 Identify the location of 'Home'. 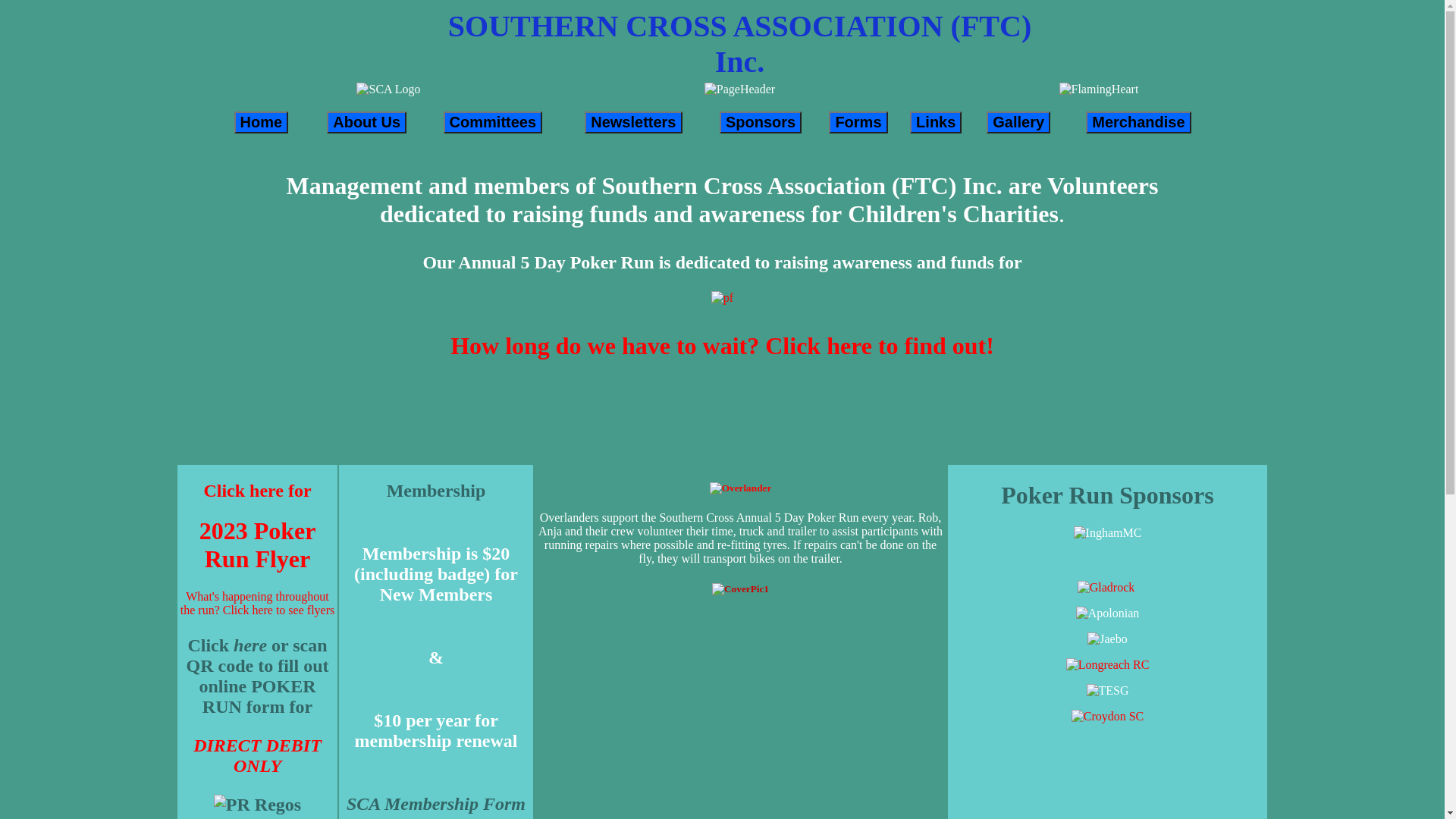
(261, 121).